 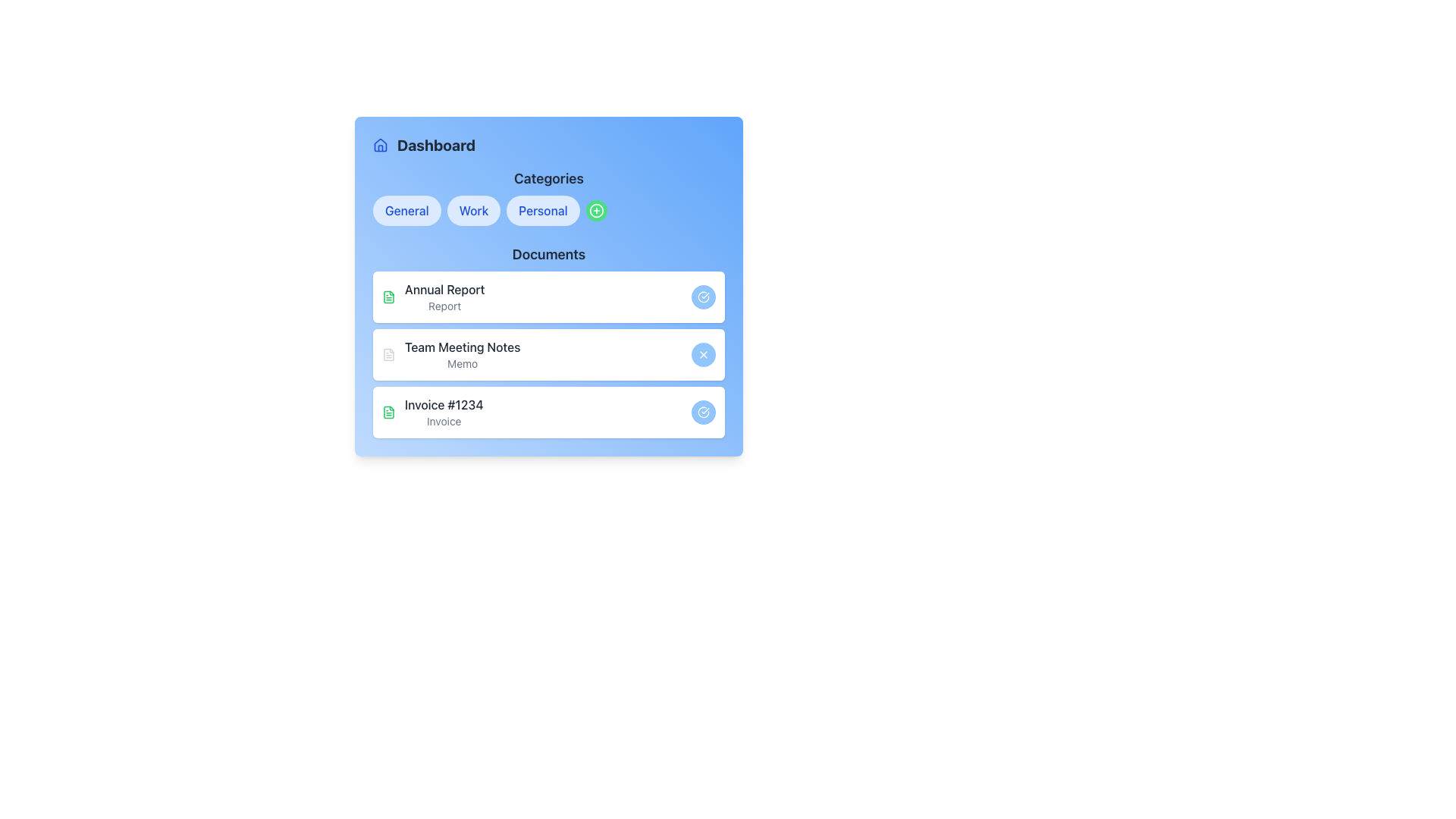 What do you see at coordinates (548, 177) in the screenshot?
I see `the header text element located at the top-center of the interface, which defines the category section above the buttons labeled 'General,' 'Work,' and 'Personal.'` at bounding box center [548, 177].